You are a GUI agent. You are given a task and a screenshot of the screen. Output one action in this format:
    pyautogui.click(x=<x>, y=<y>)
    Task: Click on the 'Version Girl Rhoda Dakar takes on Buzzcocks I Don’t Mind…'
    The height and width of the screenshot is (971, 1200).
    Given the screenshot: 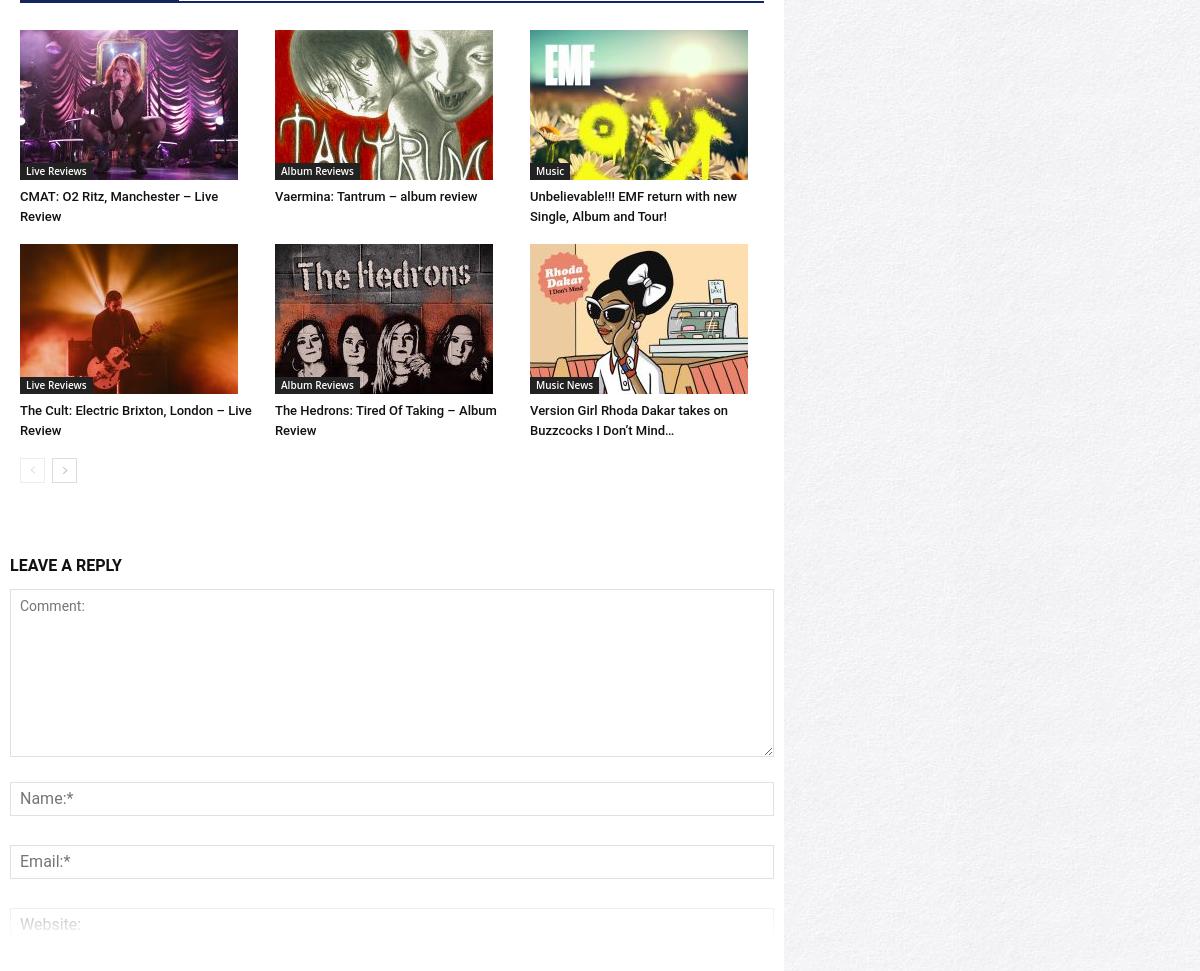 What is the action you would take?
    pyautogui.click(x=629, y=488)
    